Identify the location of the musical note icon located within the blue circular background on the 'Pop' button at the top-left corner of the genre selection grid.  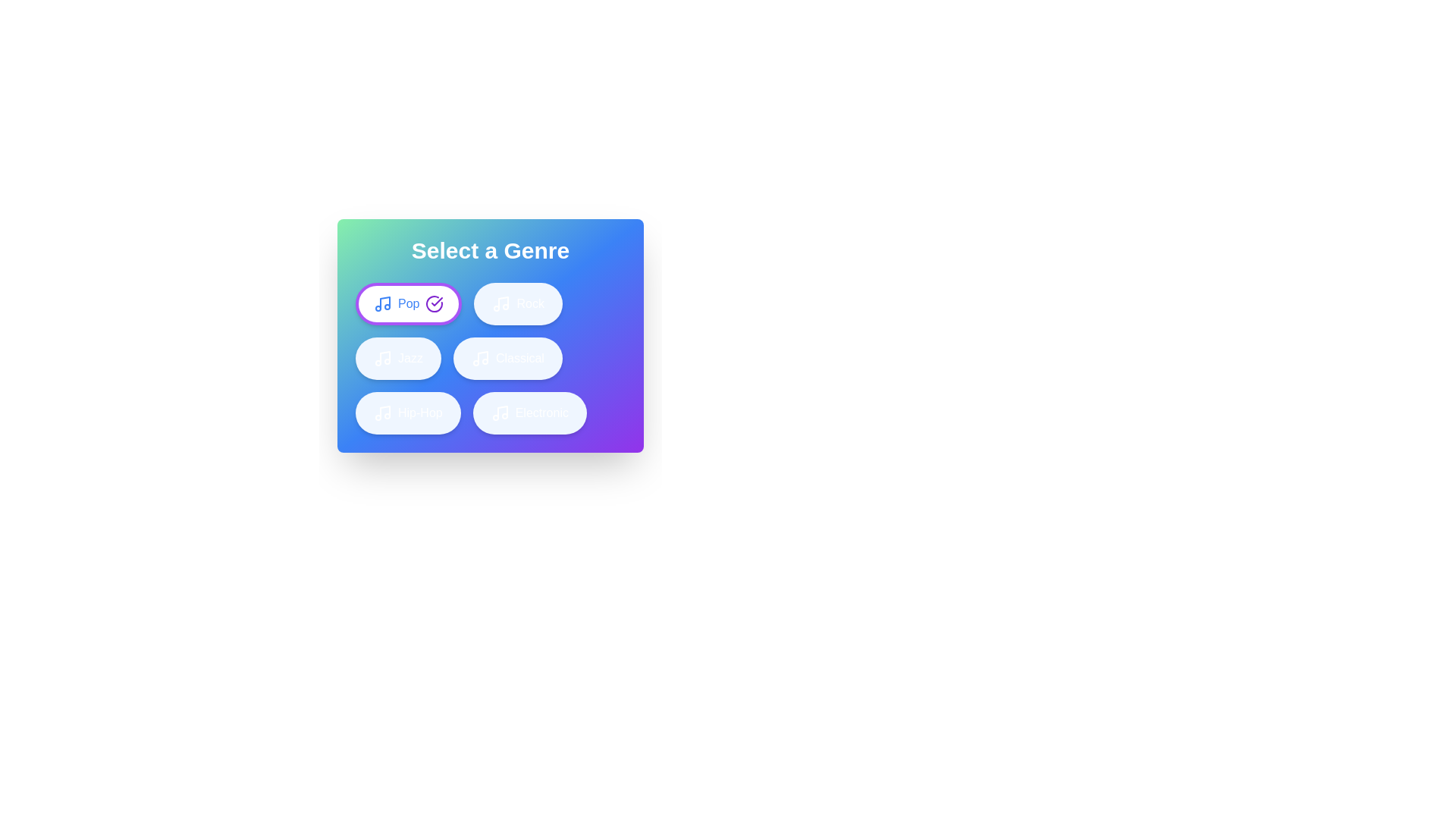
(382, 304).